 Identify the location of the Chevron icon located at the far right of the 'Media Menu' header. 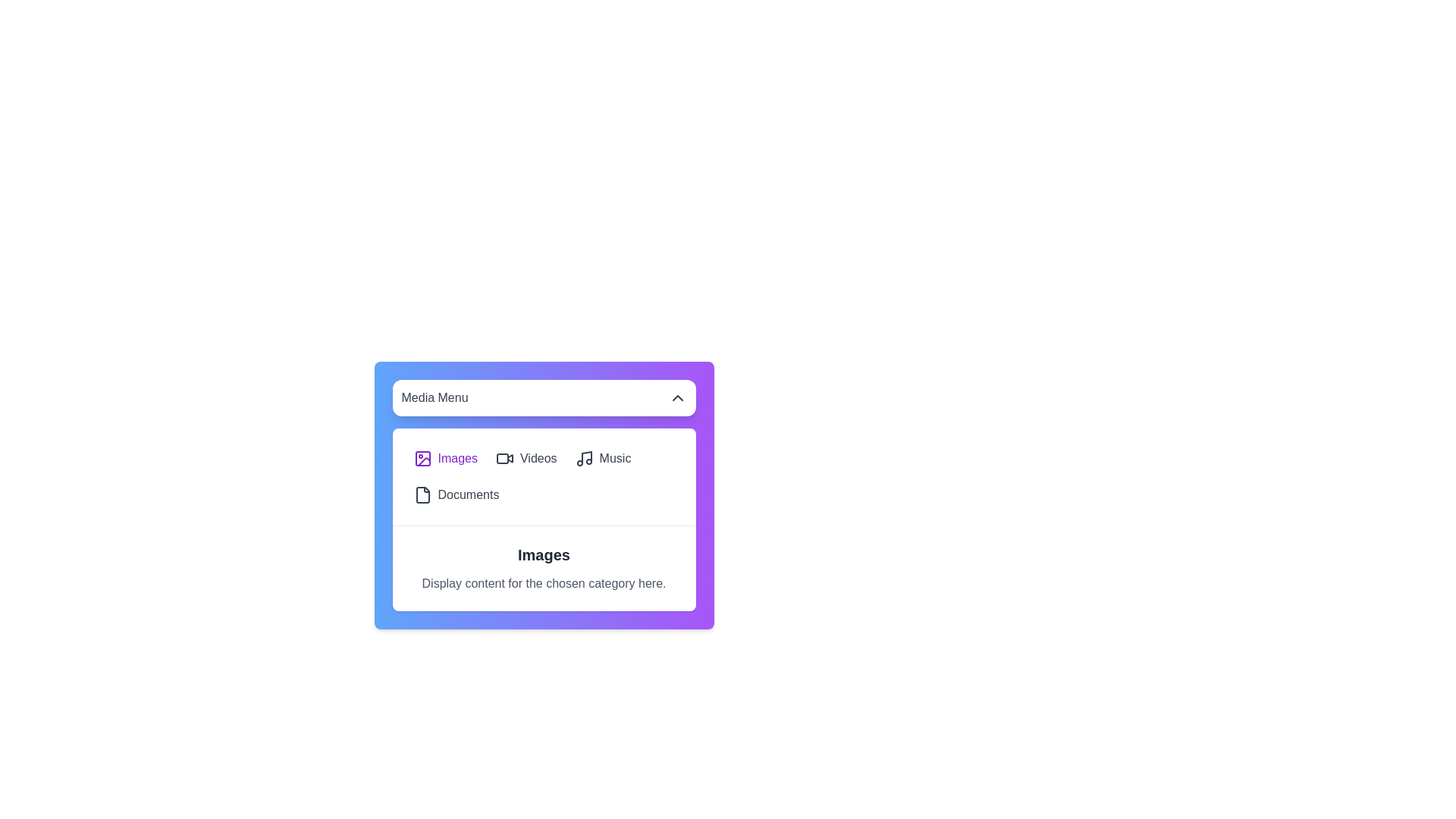
(676, 397).